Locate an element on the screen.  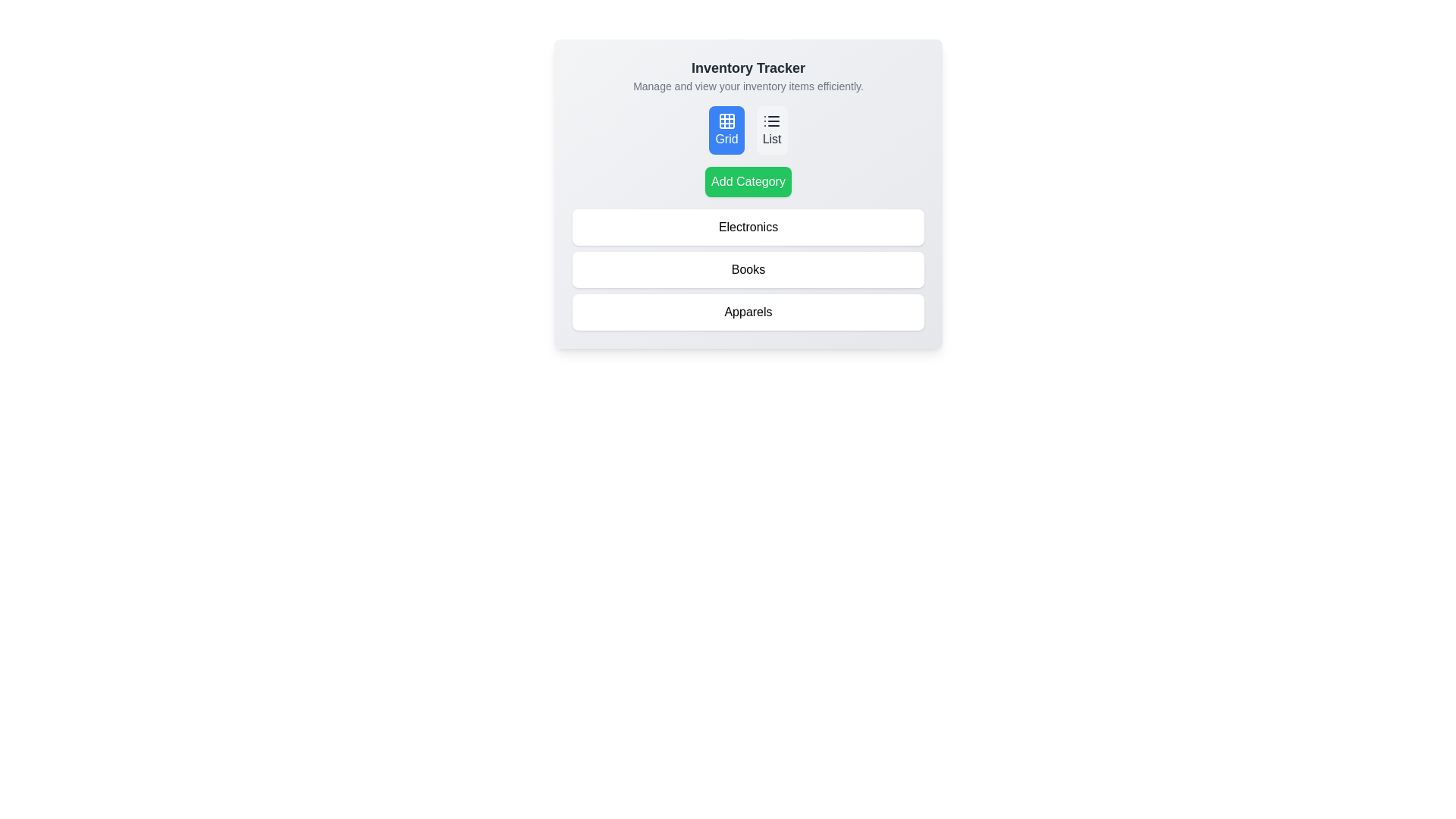
the 'List' button on the Toggle control is located at coordinates (748, 130).